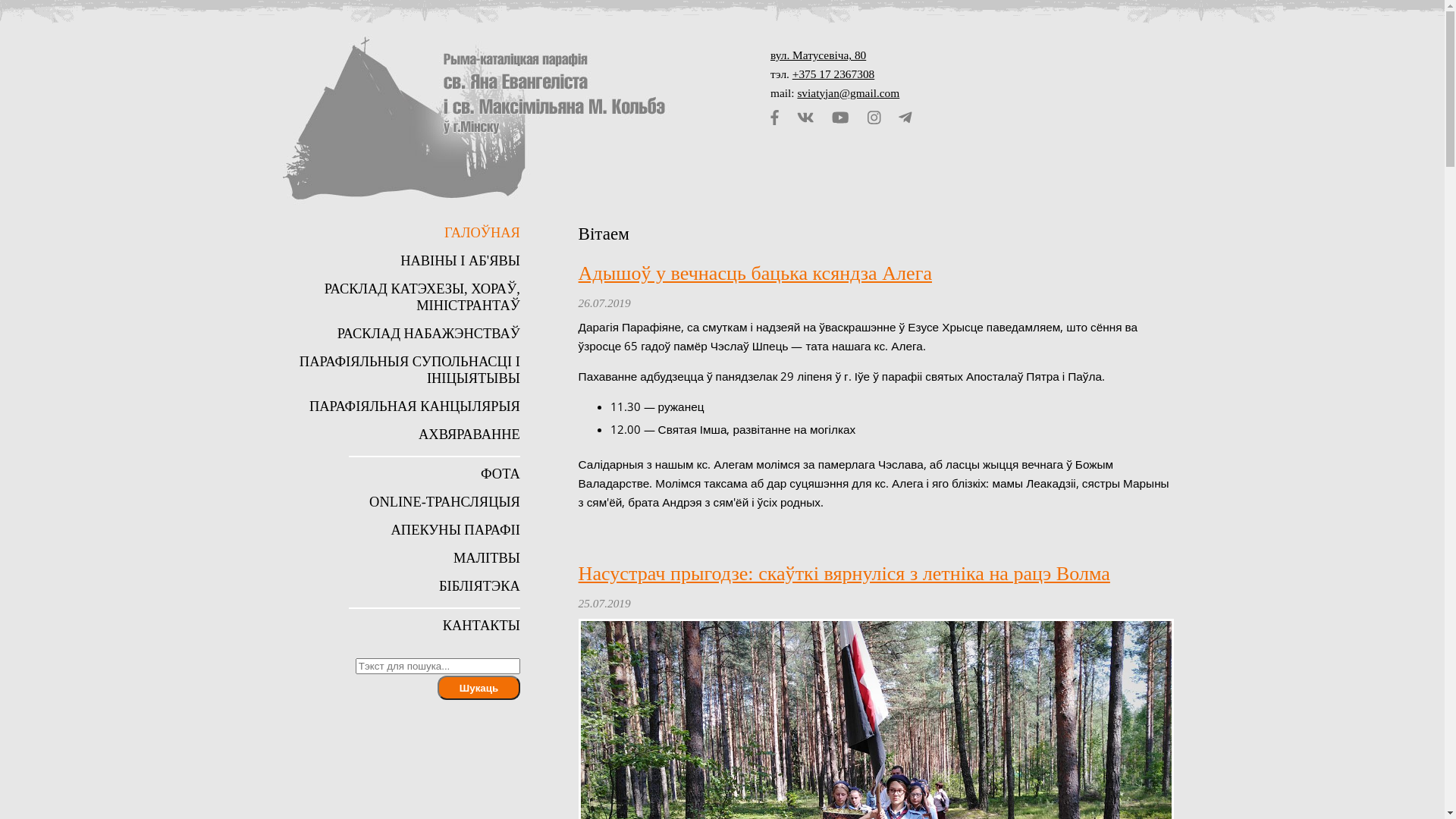 Image resolution: width=1456 pixels, height=819 pixels. What do you see at coordinates (792, 74) in the screenshot?
I see `'+375 17 2367308'` at bounding box center [792, 74].